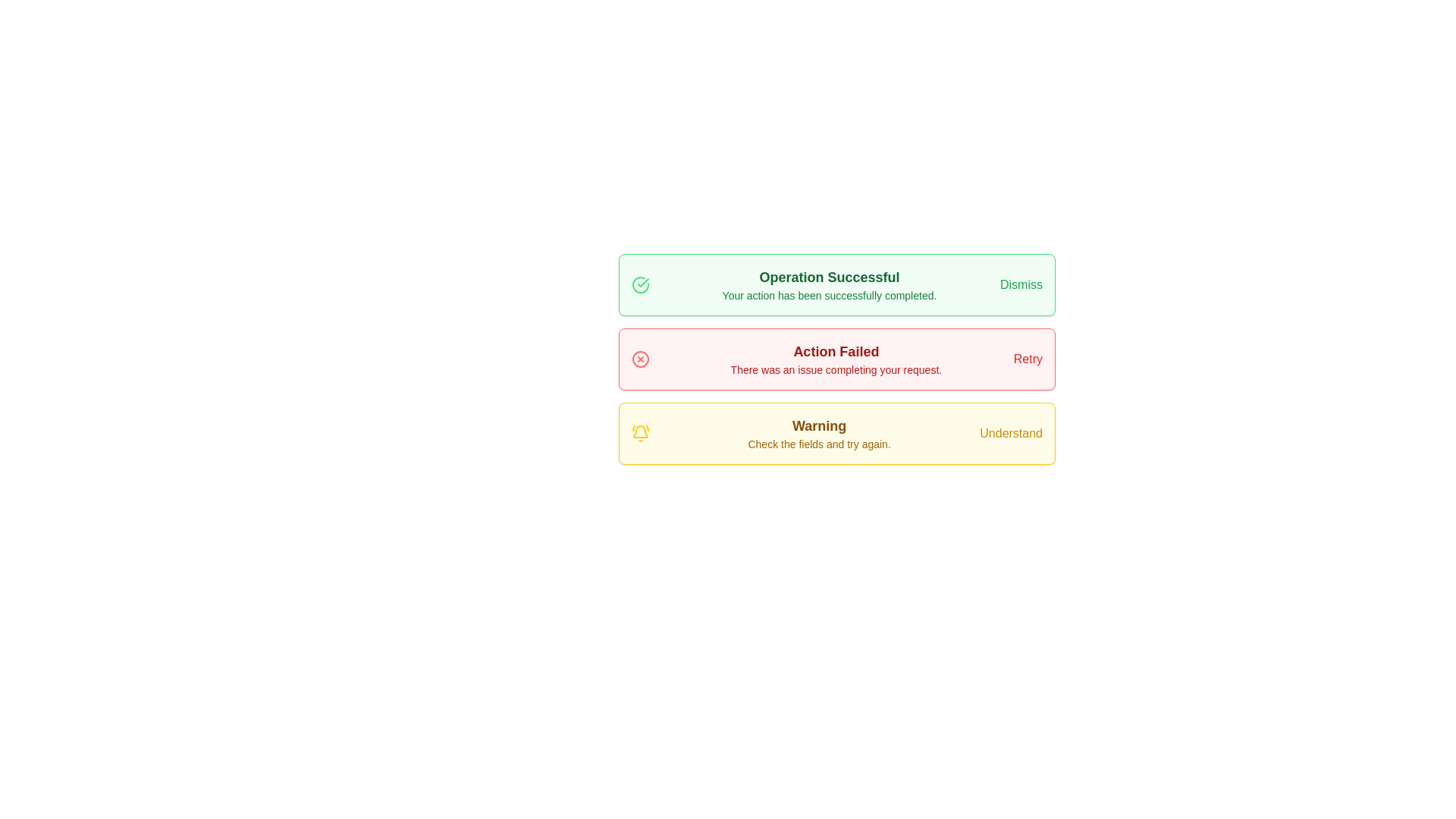  I want to click on status message displayed in the green banner that indicates 'Operation Successful' and provides feedback on the completed action, so click(829, 284).